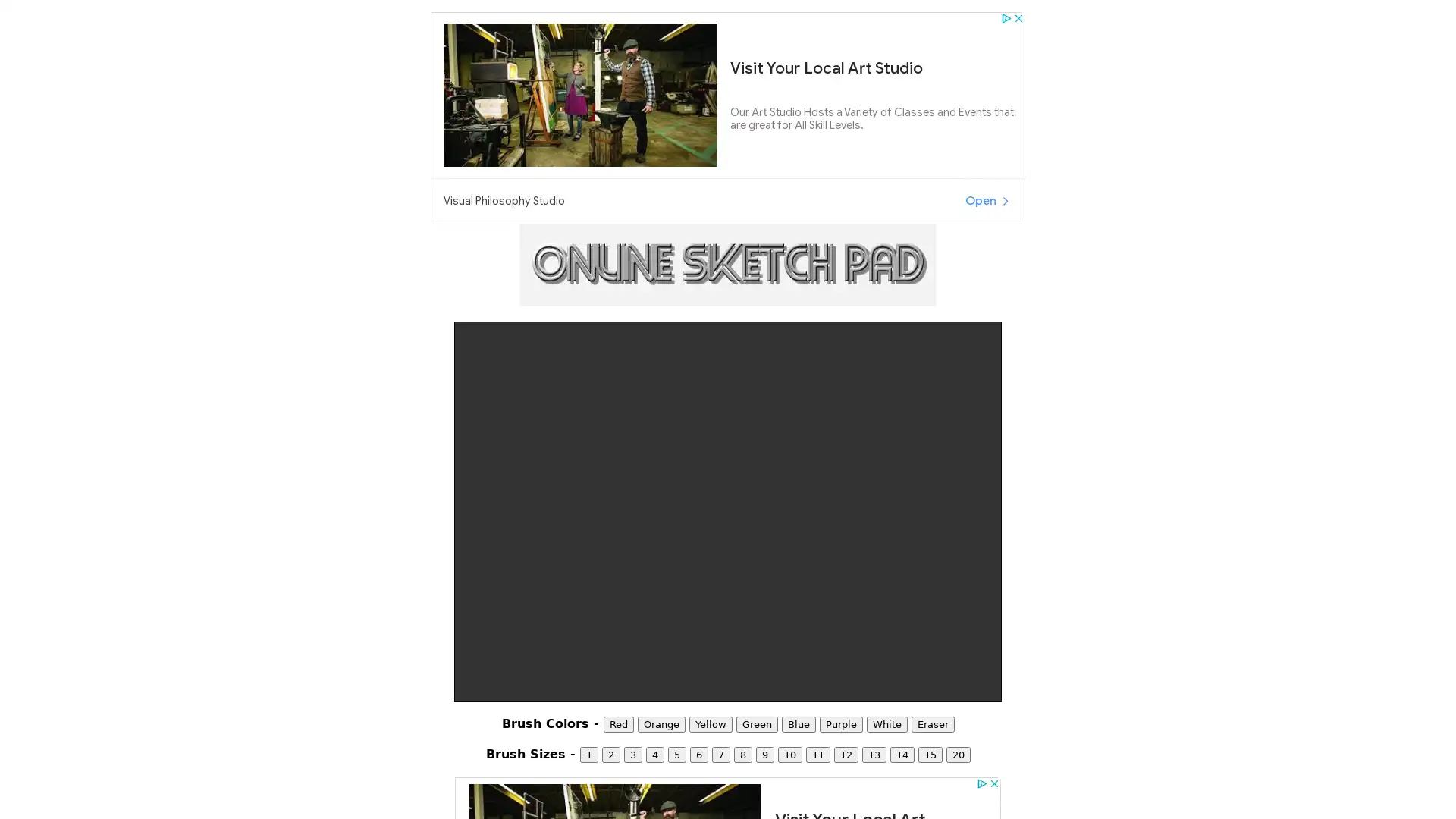 The width and height of the screenshot is (1456, 819). What do you see at coordinates (676, 755) in the screenshot?
I see `5` at bounding box center [676, 755].